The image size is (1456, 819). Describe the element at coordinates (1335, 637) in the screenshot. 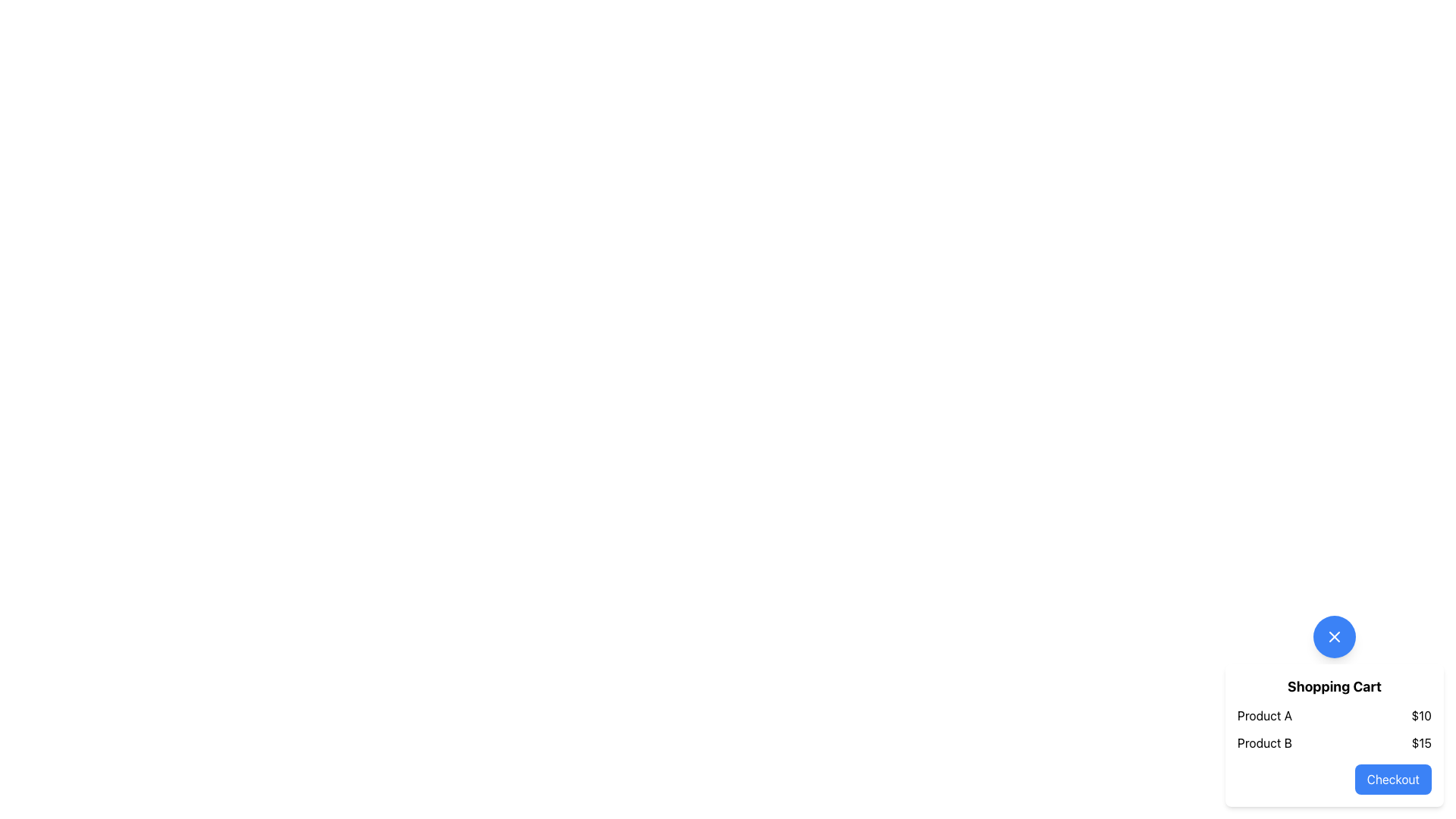

I see `the Close Icon located in the center of the blue circular button above the shopping cart display` at that location.